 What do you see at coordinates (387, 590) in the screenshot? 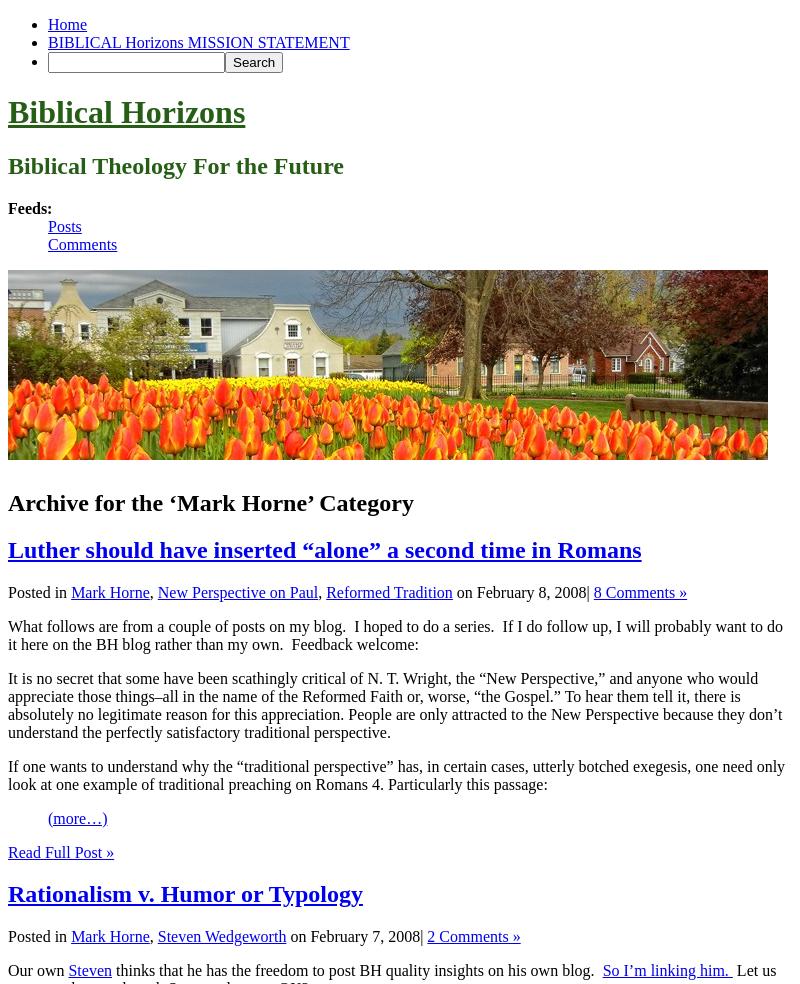
I see `'Reformed Tradition'` at bounding box center [387, 590].